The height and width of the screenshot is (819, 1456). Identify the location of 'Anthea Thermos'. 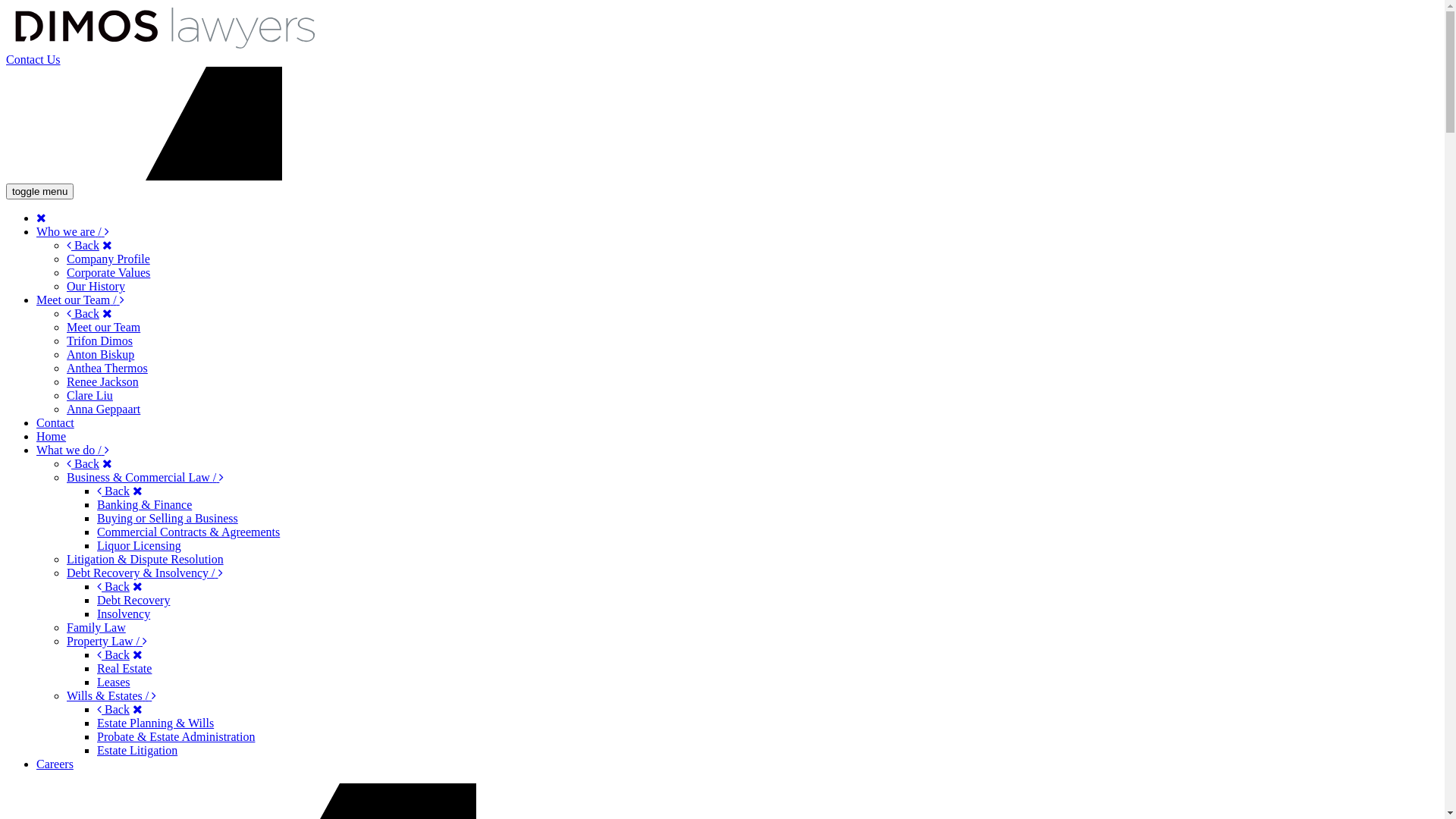
(106, 368).